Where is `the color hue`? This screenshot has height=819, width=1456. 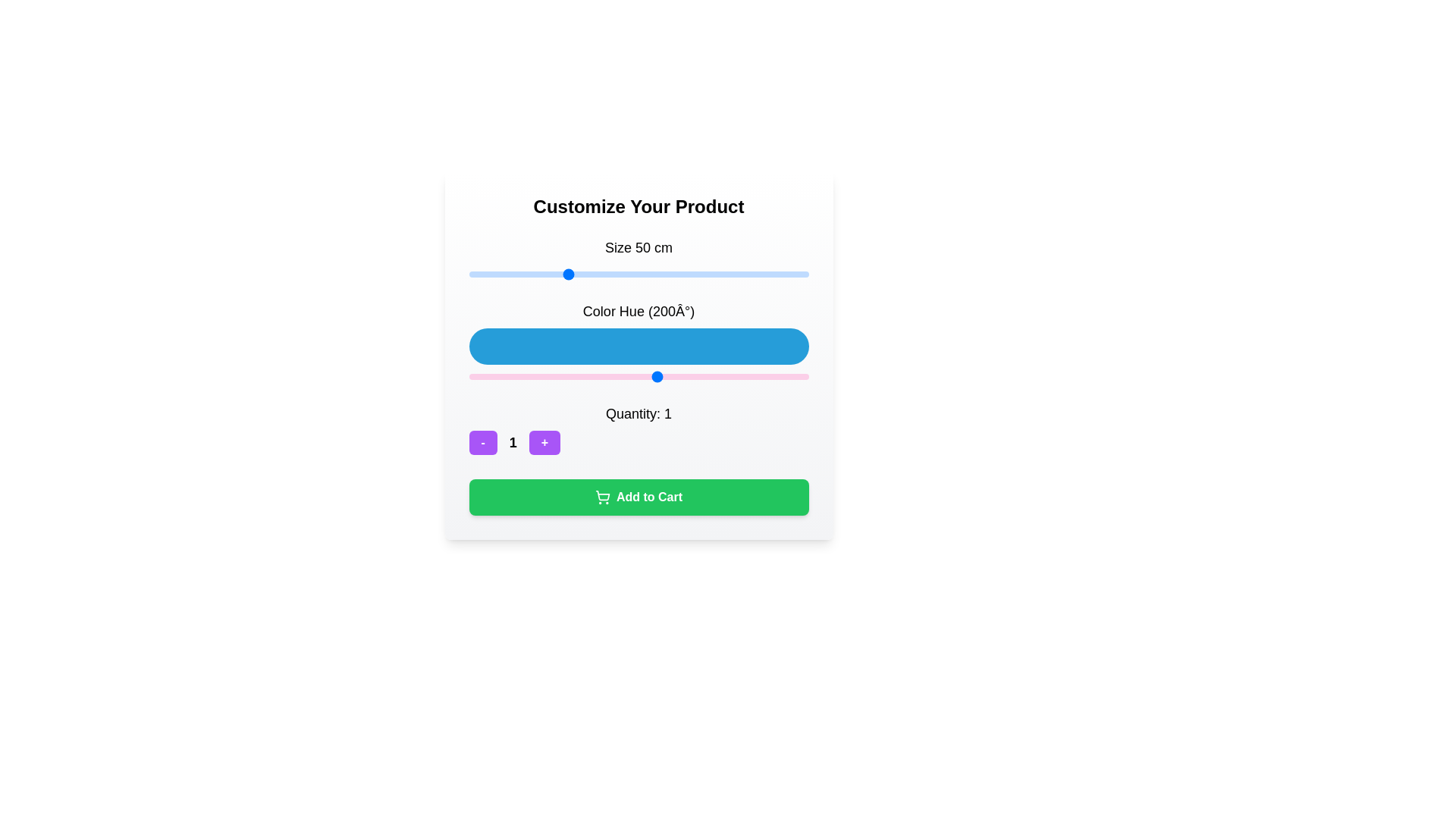 the color hue is located at coordinates (575, 376).